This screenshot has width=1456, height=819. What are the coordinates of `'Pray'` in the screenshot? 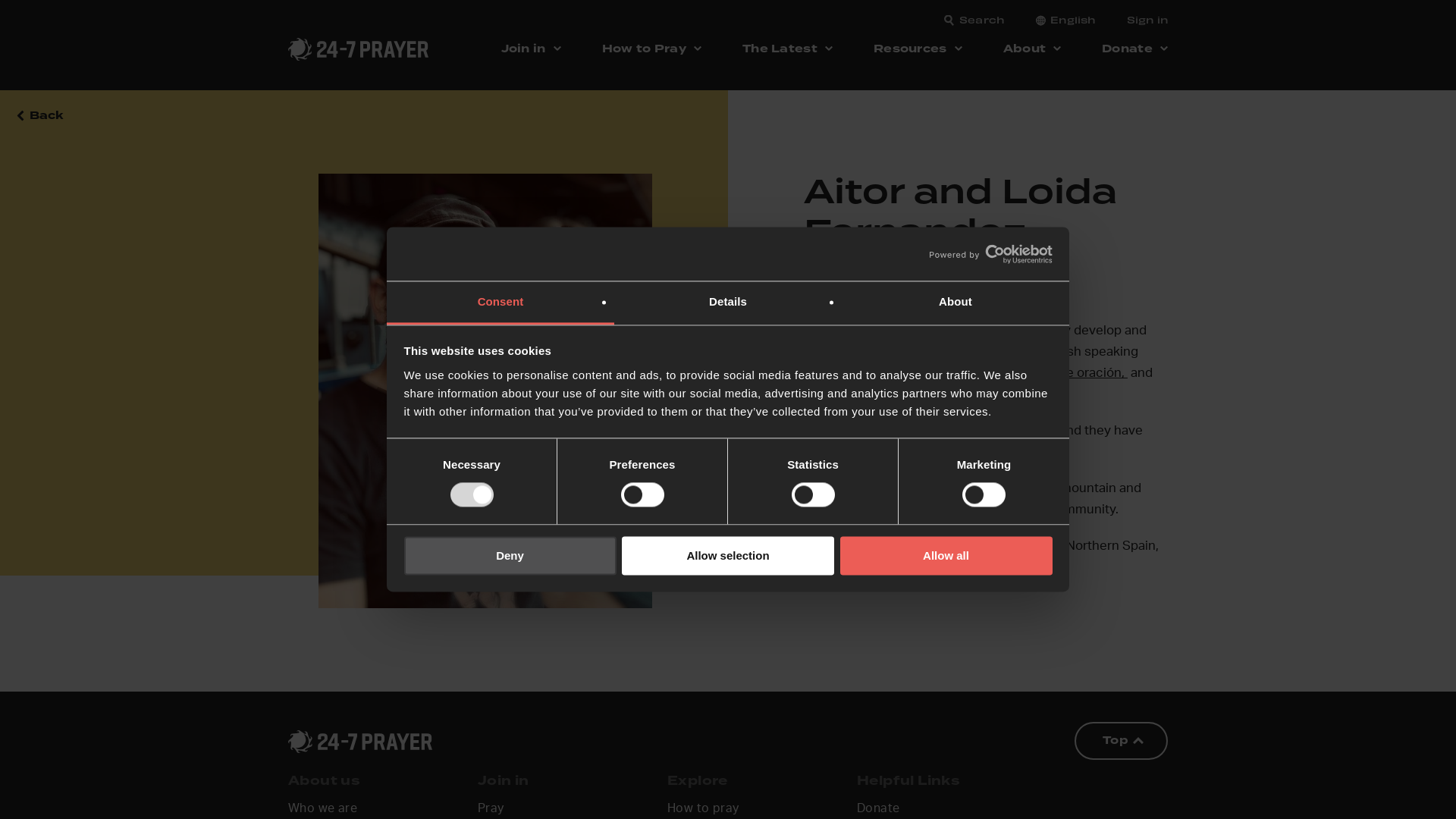 It's located at (491, 809).